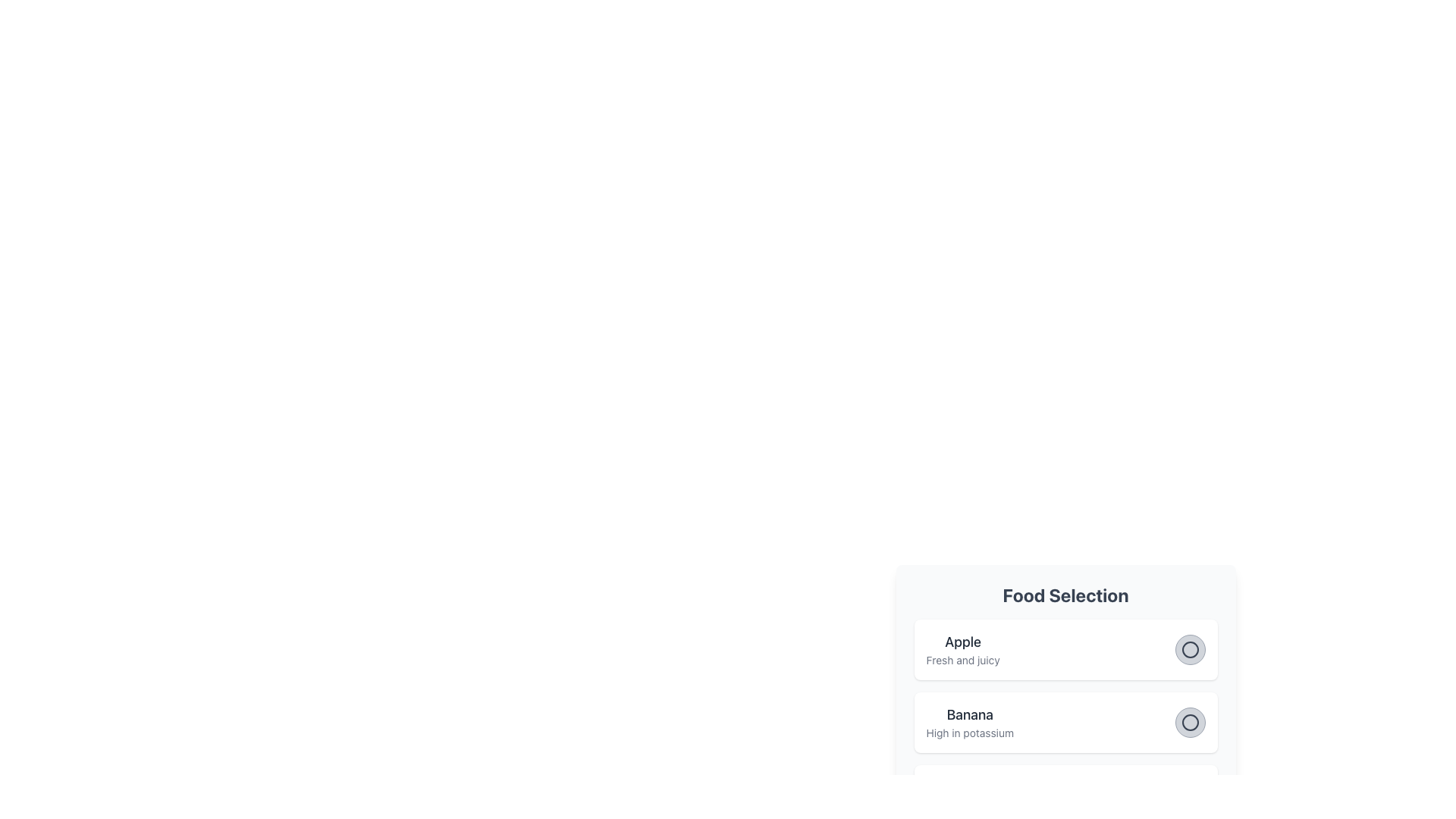 Image resolution: width=1456 pixels, height=819 pixels. Describe the element at coordinates (969, 714) in the screenshot. I see `the text label that identifies the item 'Banana' in the list of options, which is positioned above the text 'High in potassium'` at that location.